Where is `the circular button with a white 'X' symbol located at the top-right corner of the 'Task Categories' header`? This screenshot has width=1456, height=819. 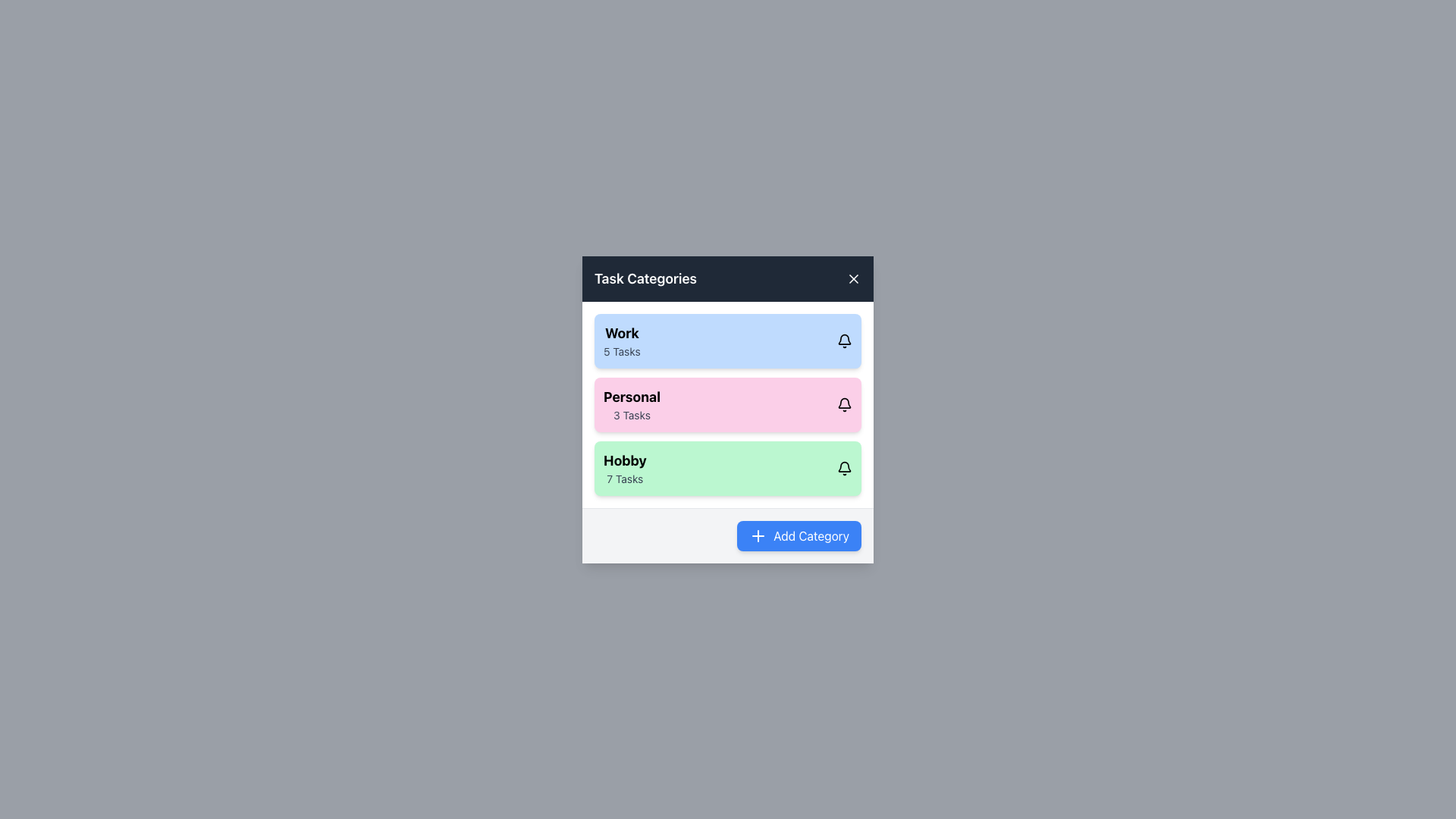
the circular button with a white 'X' symbol located at the top-right corner of the 'Task Categories' header is located at coordinates (854, 278).